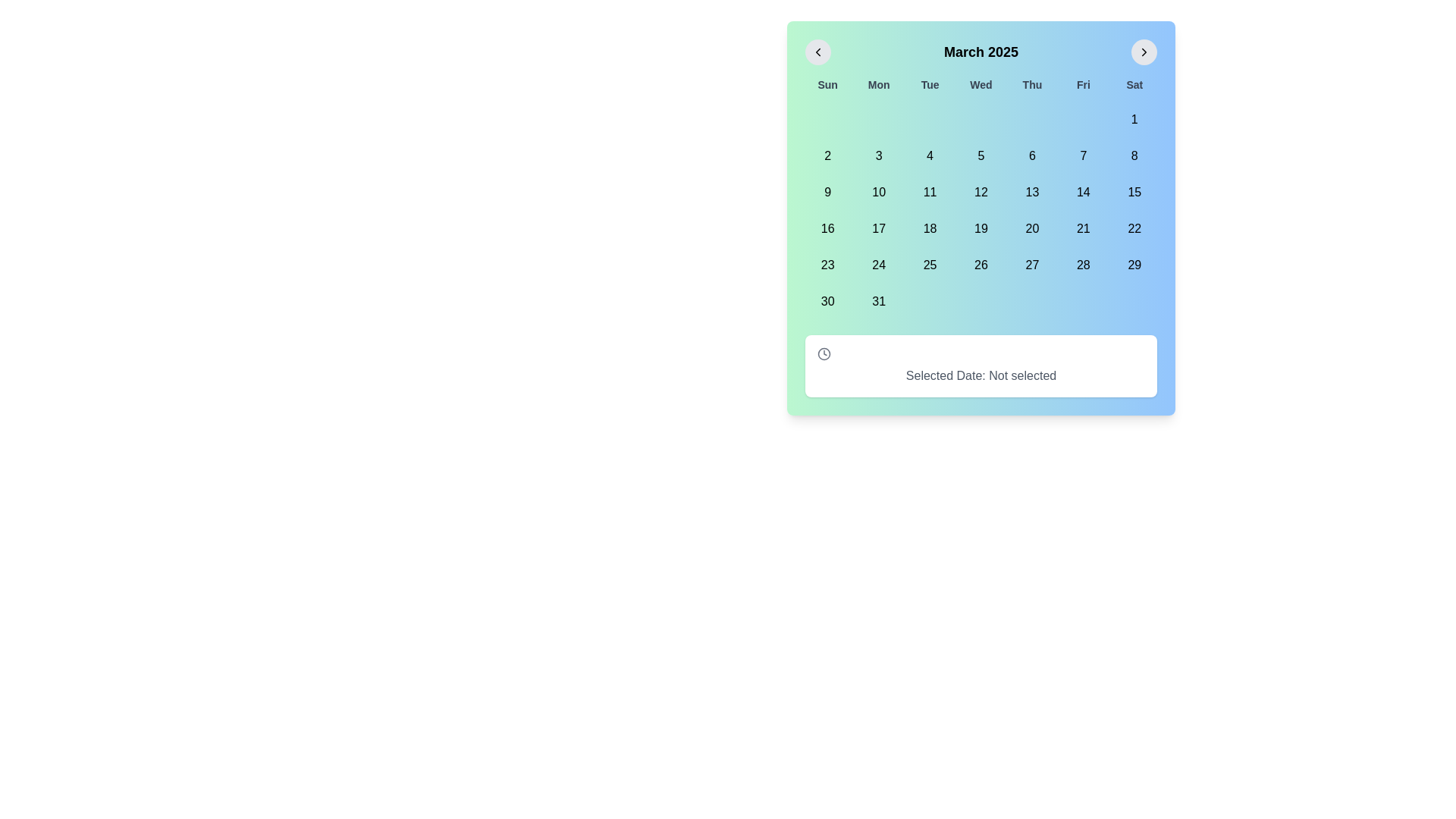 The height and width of the screenshot is (819, 1456). What do you see at coordinates (1134, 119) in the screenshot?
I see `the interactive button representing the first day of the month in the calendar view located in the top row under the 'Sat' label` at bounding box center [1134, 119].